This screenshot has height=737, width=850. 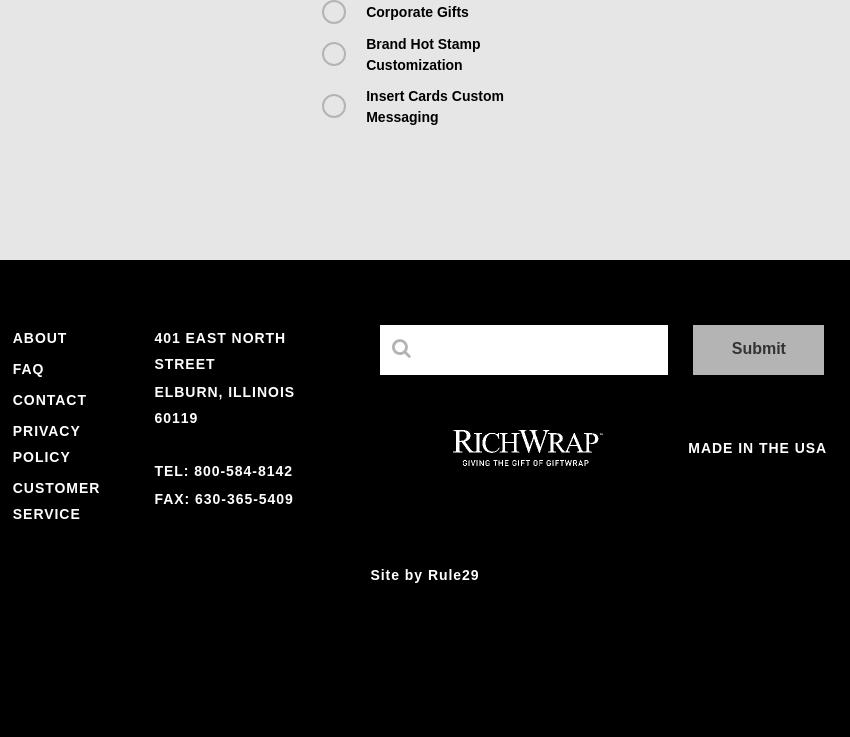 What do you see at coordinates (365, 11) in the screenshot?
I see `'Corporate Gifts'` at bounding box center [365, 11].